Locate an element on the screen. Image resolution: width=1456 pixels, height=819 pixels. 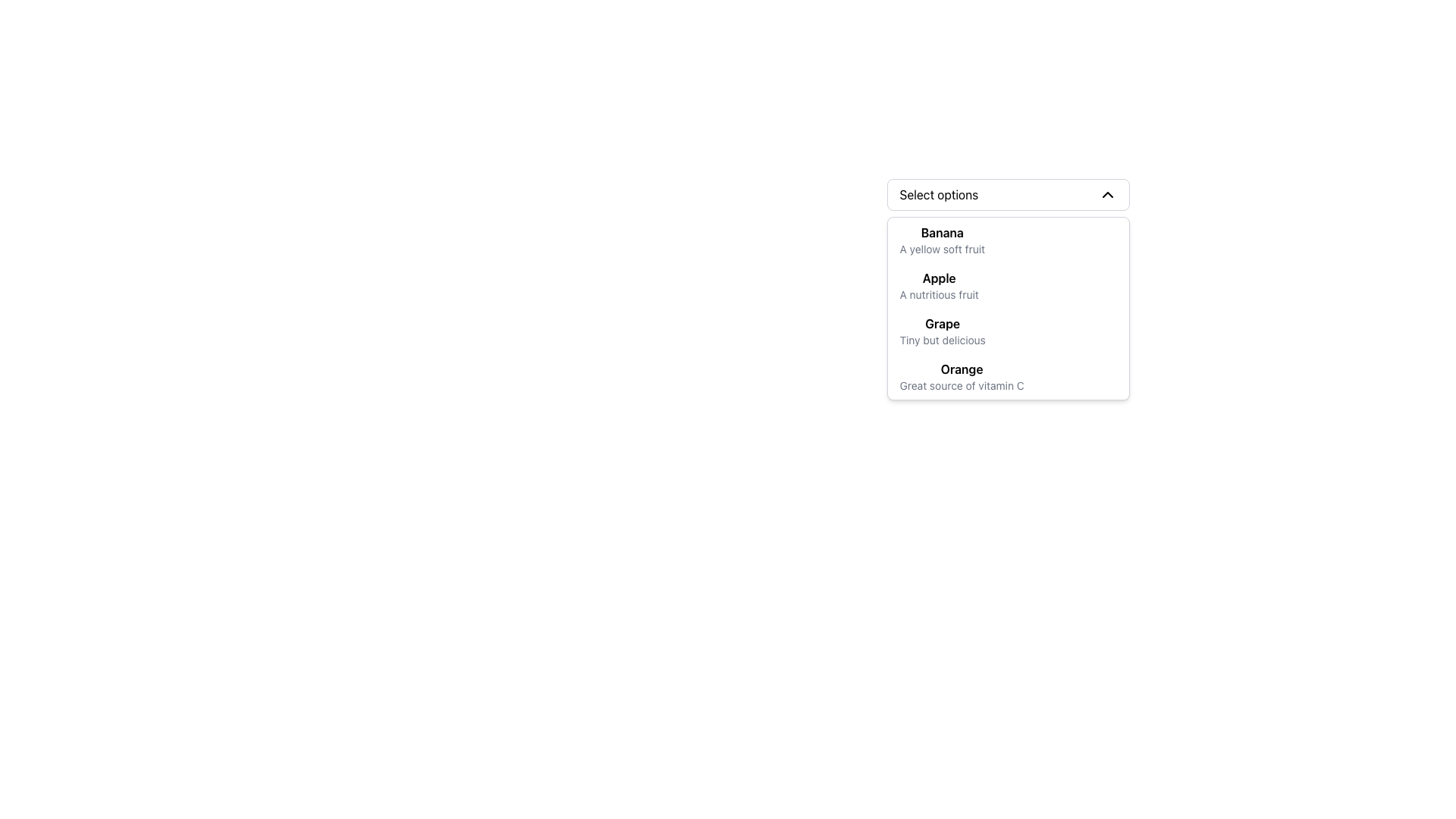
the text label displaying 'Great source of vitamin C' located below the bold text 'Orange' in the dropdown menu is located at coordinates (961, 385).